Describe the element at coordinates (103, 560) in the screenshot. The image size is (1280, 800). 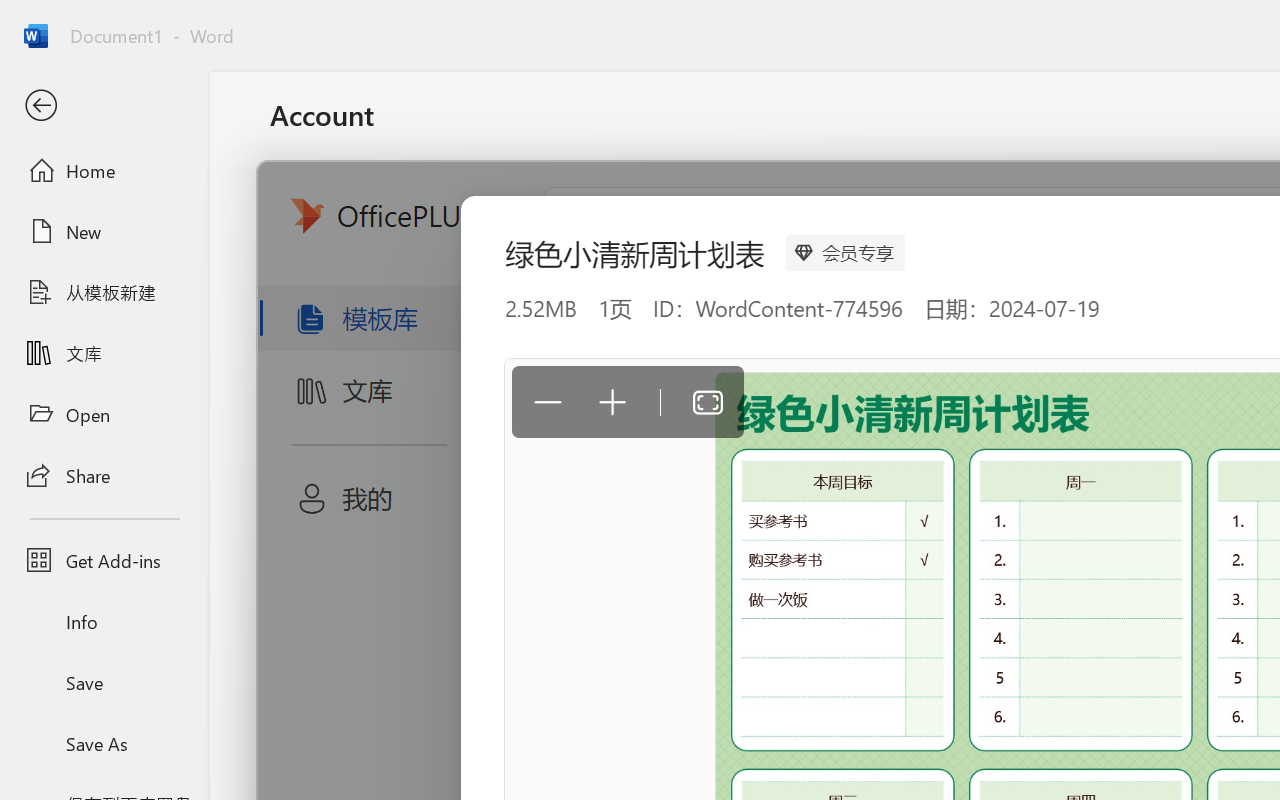
I see `'Get Add-ins'` at that location.